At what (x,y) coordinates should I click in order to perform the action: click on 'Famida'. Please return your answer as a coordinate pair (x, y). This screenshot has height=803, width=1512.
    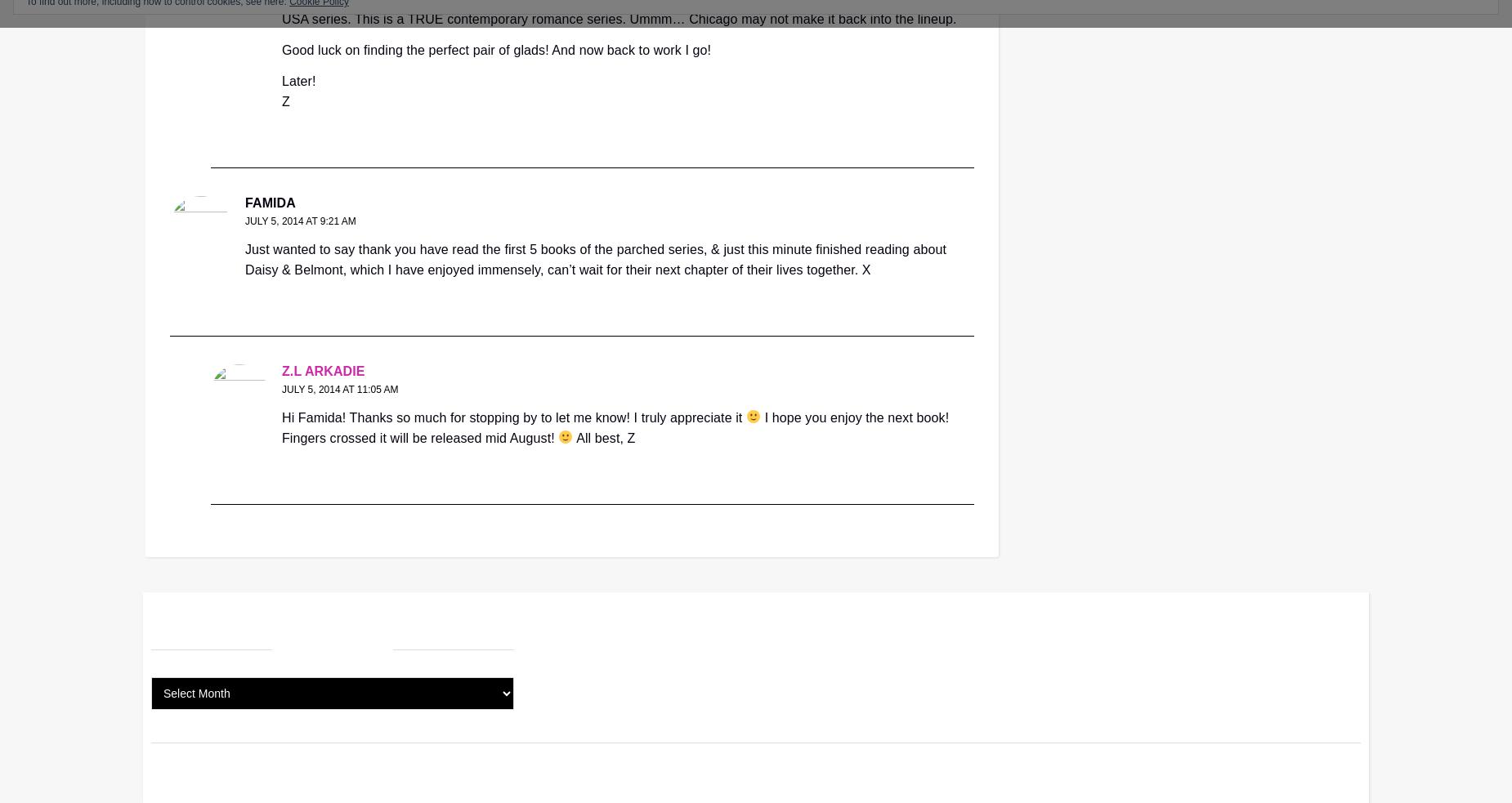
    Looking at the image, I should click on (269, 203).